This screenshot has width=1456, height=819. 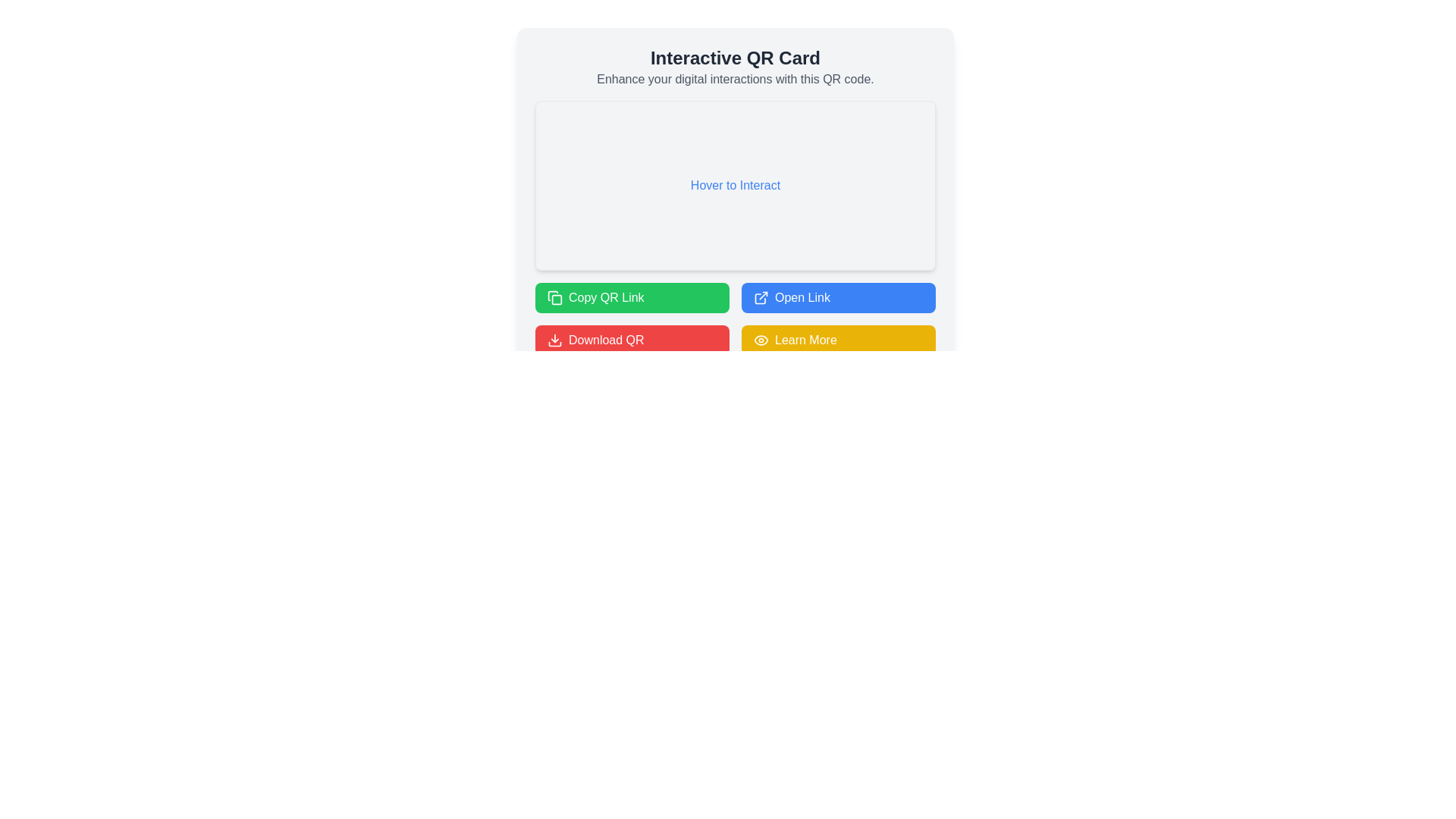 I want to click on the green button labeled 'Copy QR Link' with a copy icon on its left, so click(x=632, y=298).